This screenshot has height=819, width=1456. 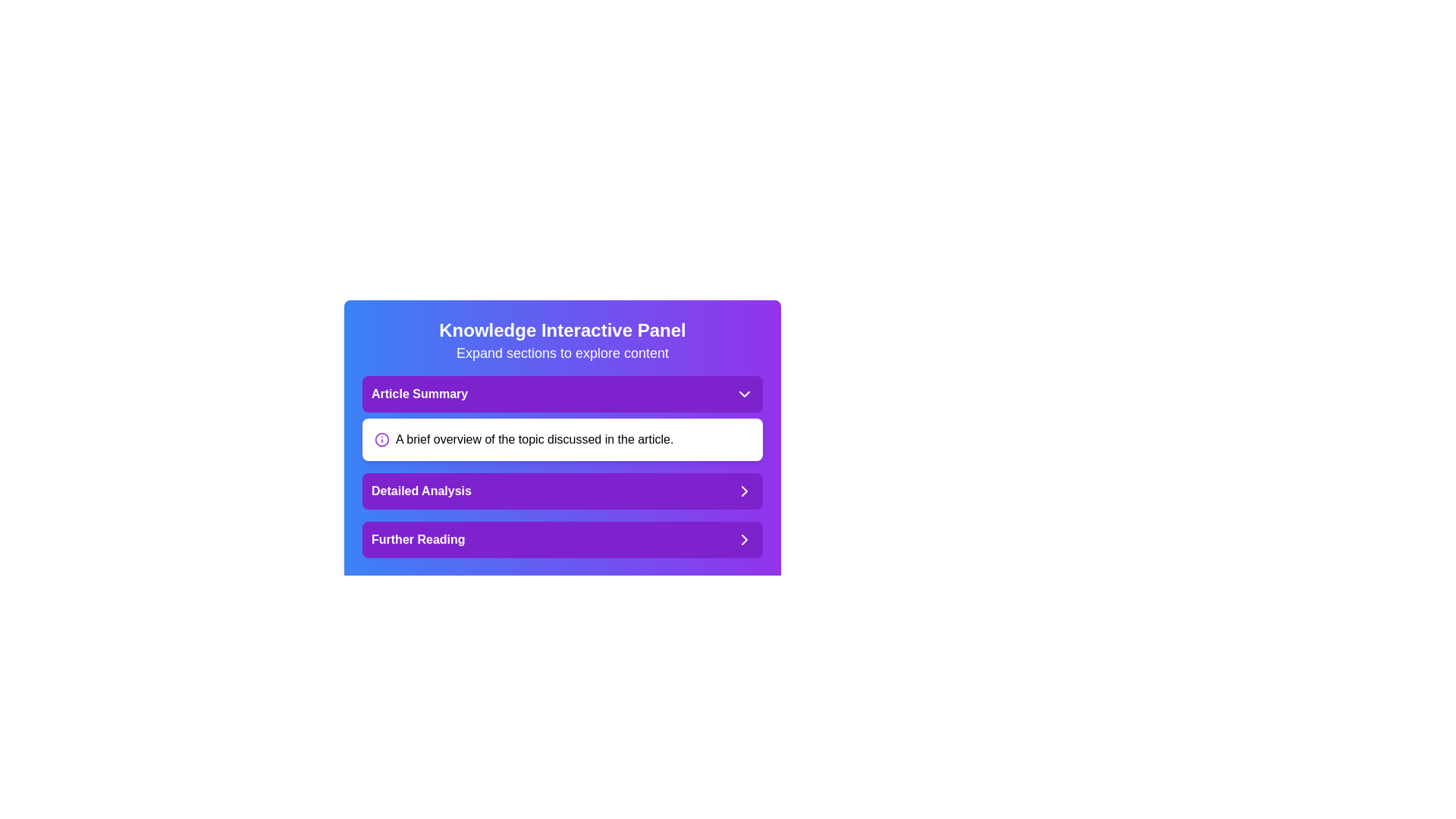 What do you see at coordinates (562, 491) in the screenshot?
I see `the second button in the Knowledge Interactive Panel` at bounding box center [562, 491].